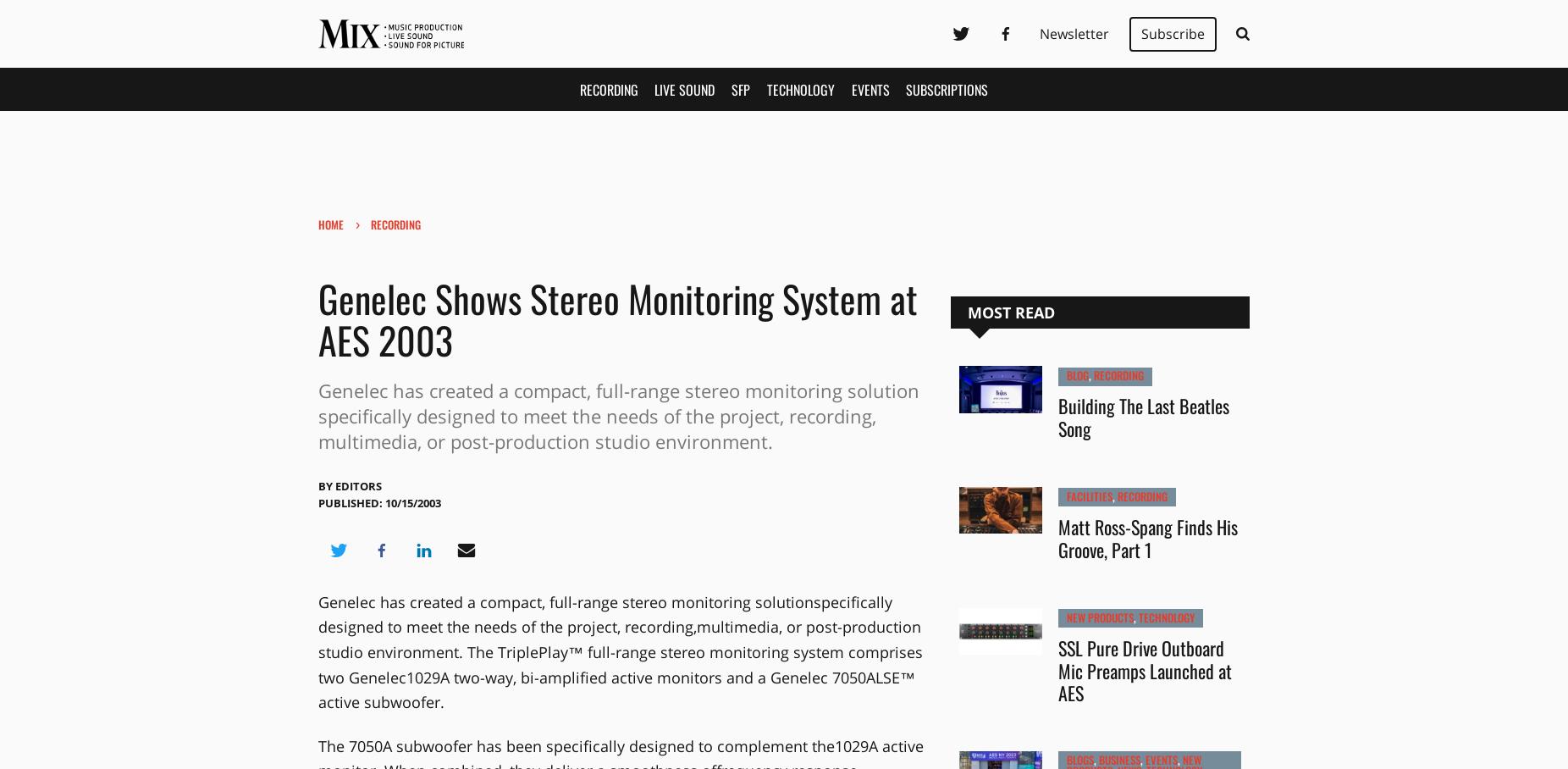 This screenshot has height=769, width=1568. I want to click on 'Building The Last Beatles Song', so click(1144, 416).